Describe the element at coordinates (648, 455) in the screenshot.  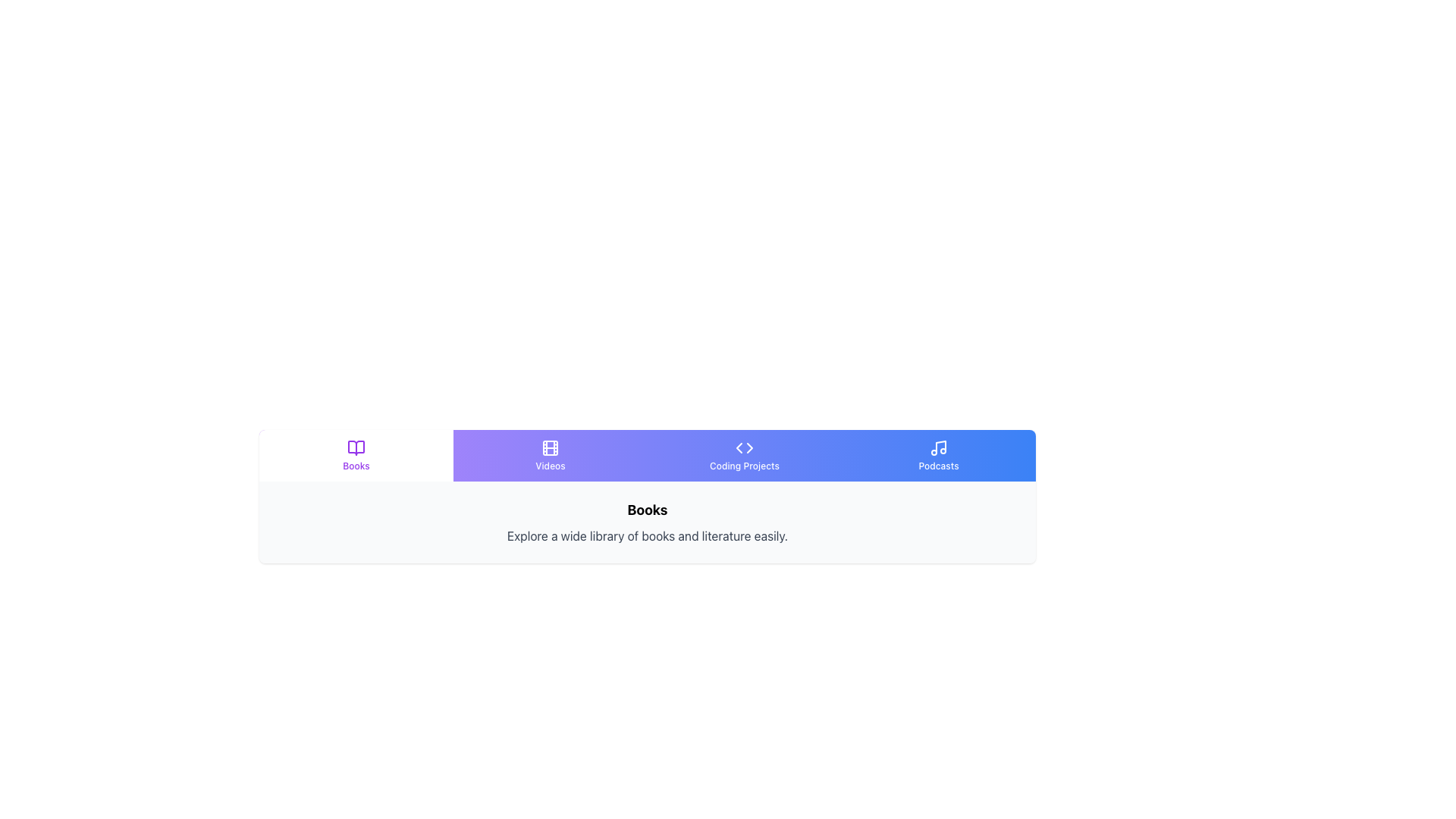
I see `the 'Books' section of the Navigation bar, which is a horizontal bar with a gradient background containing four sections labeled 'Books,' 'Videos,' 'Coding Projects,' and 'Podcasts.'` at that location.